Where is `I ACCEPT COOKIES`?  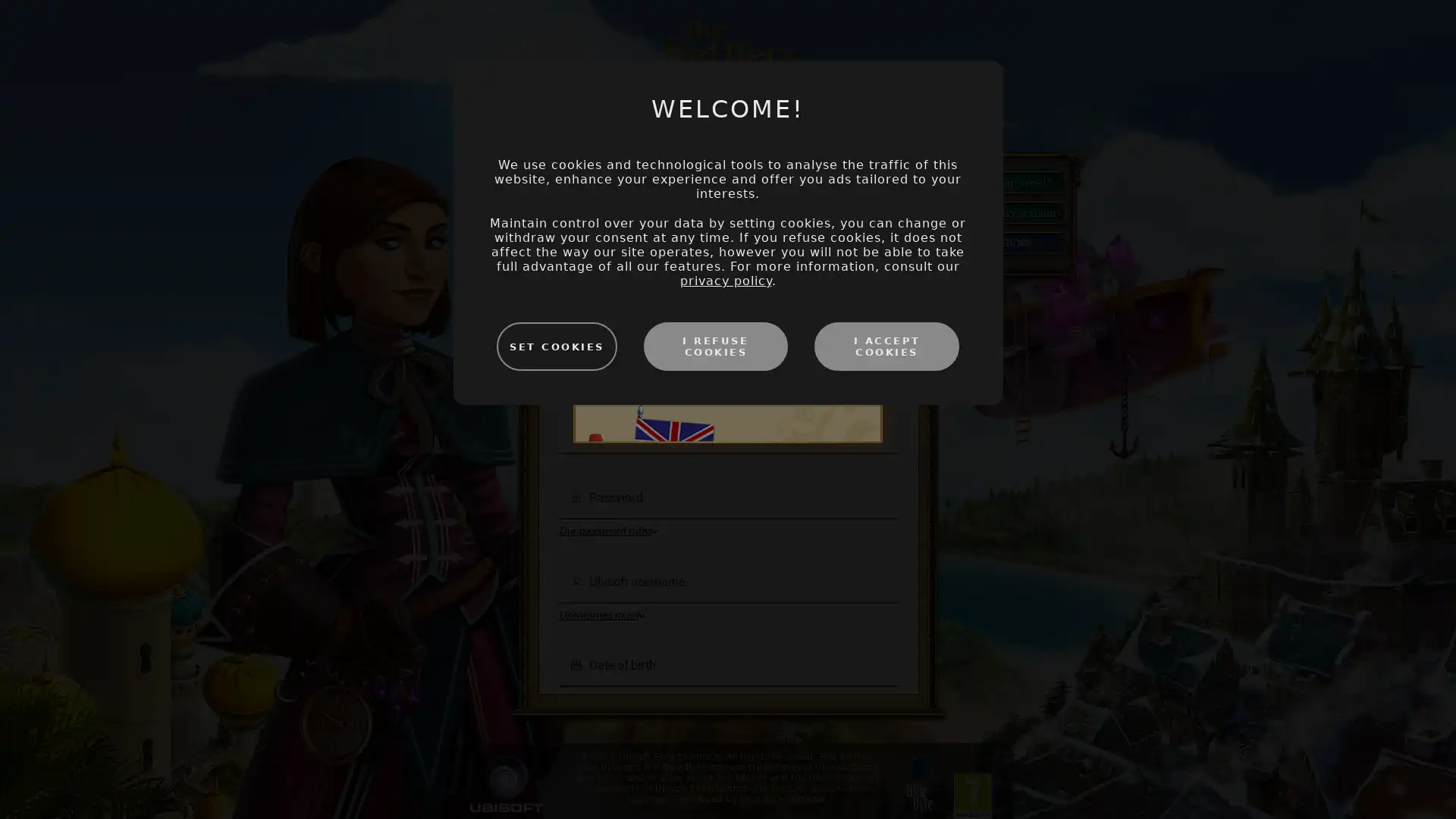 I ACCEPT COOKIES is located at coordinates (886, 346).